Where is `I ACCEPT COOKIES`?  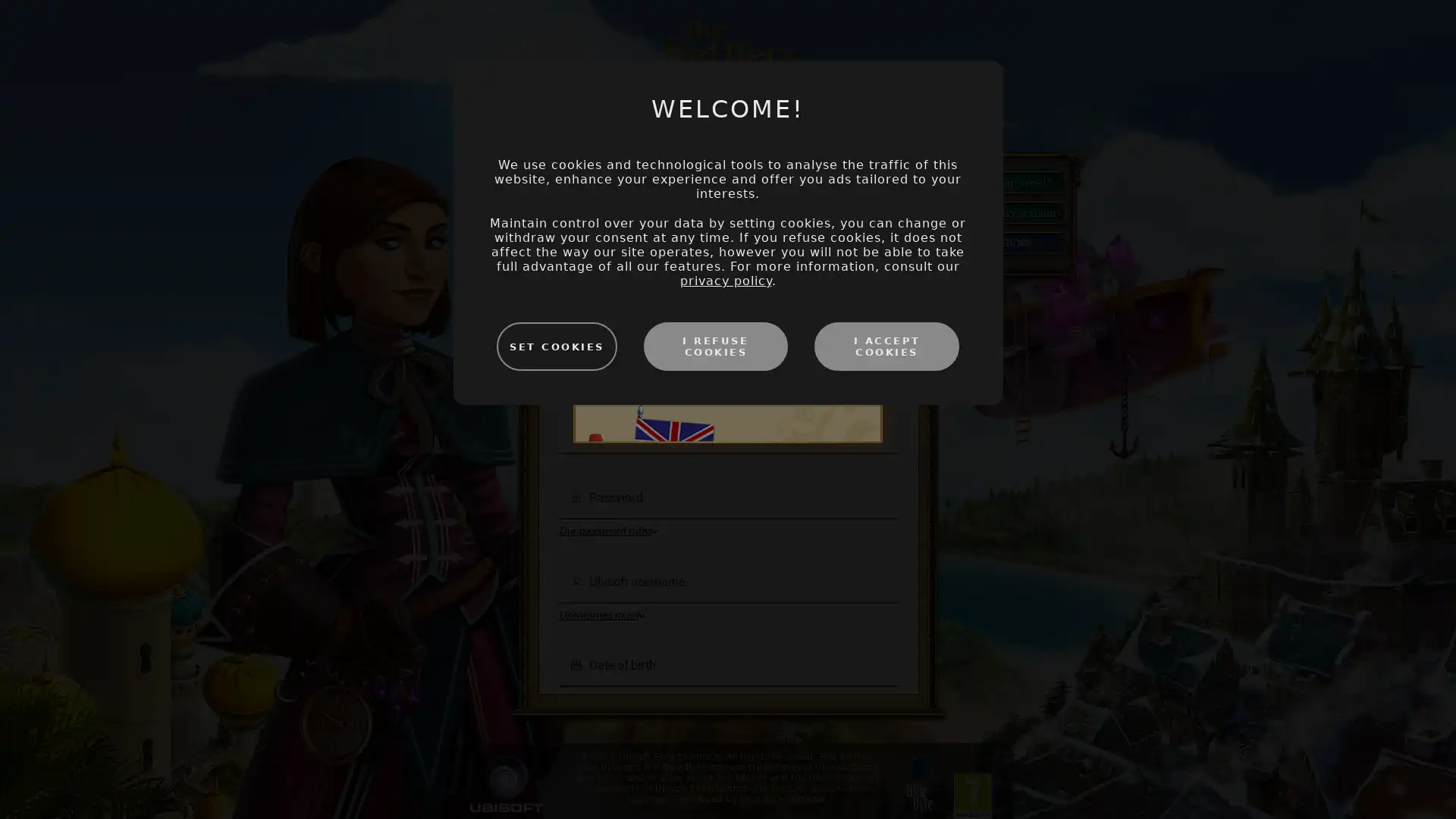 I ACCEPT COOKIES is located at coordinates (886, 346).